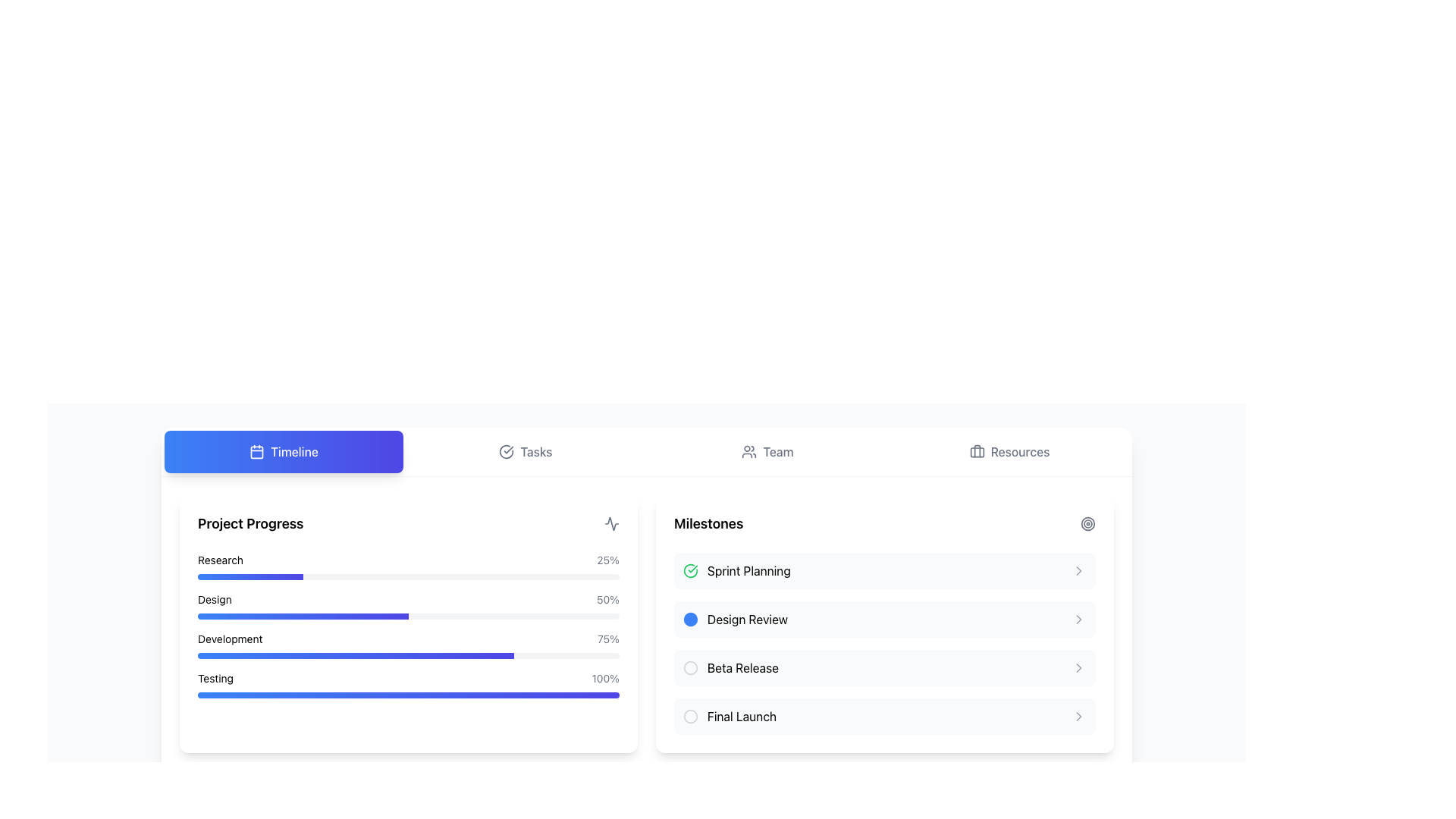  What do you see at coordinates (748, 570) in the screenshot?
I see `the first Text label in the Milestones section which identifies the corresponding milestone item` at bounding box center [748, 570].